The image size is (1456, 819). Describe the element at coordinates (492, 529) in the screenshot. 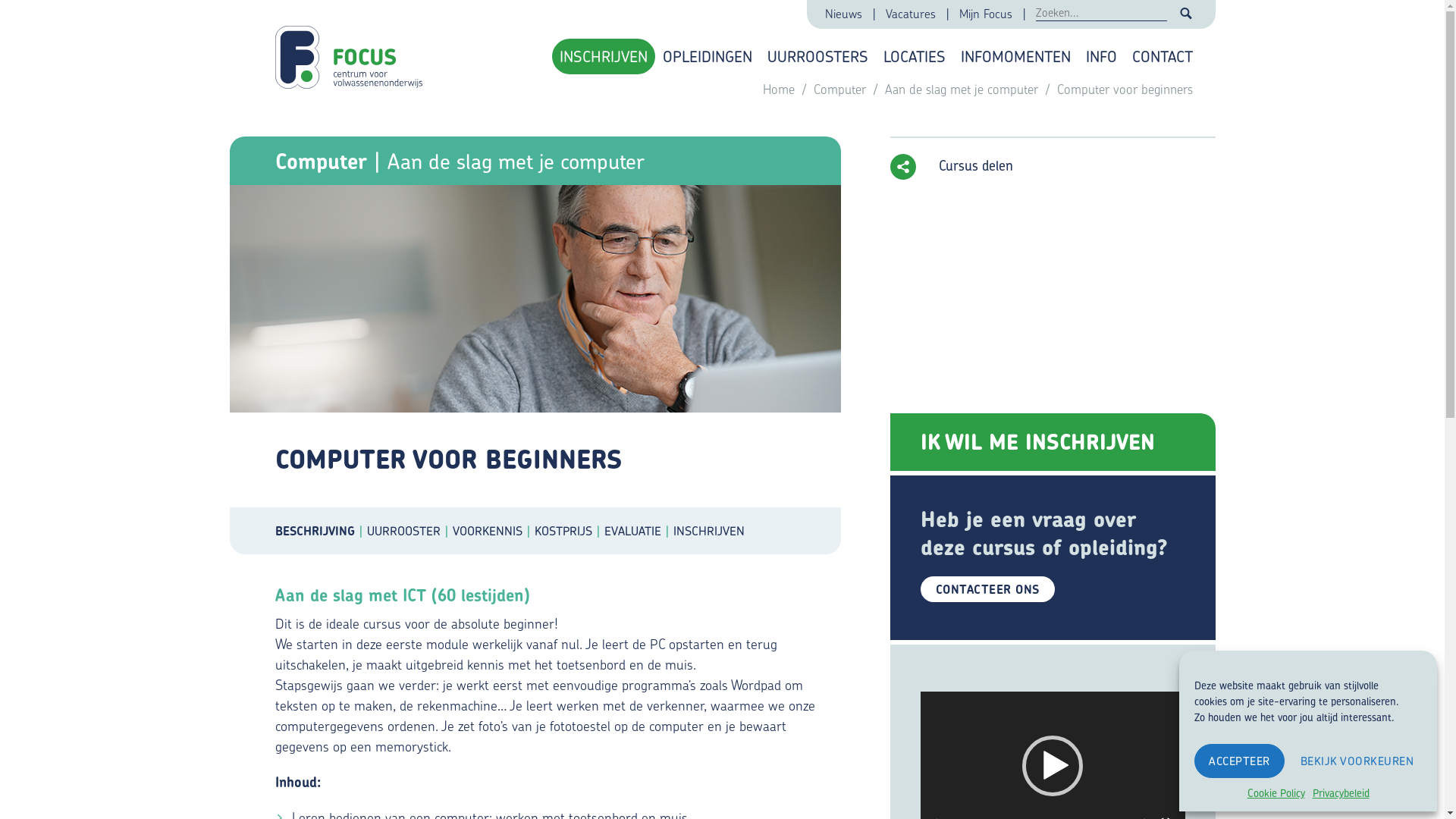

I see `'VOORKENNIS'` at that location.